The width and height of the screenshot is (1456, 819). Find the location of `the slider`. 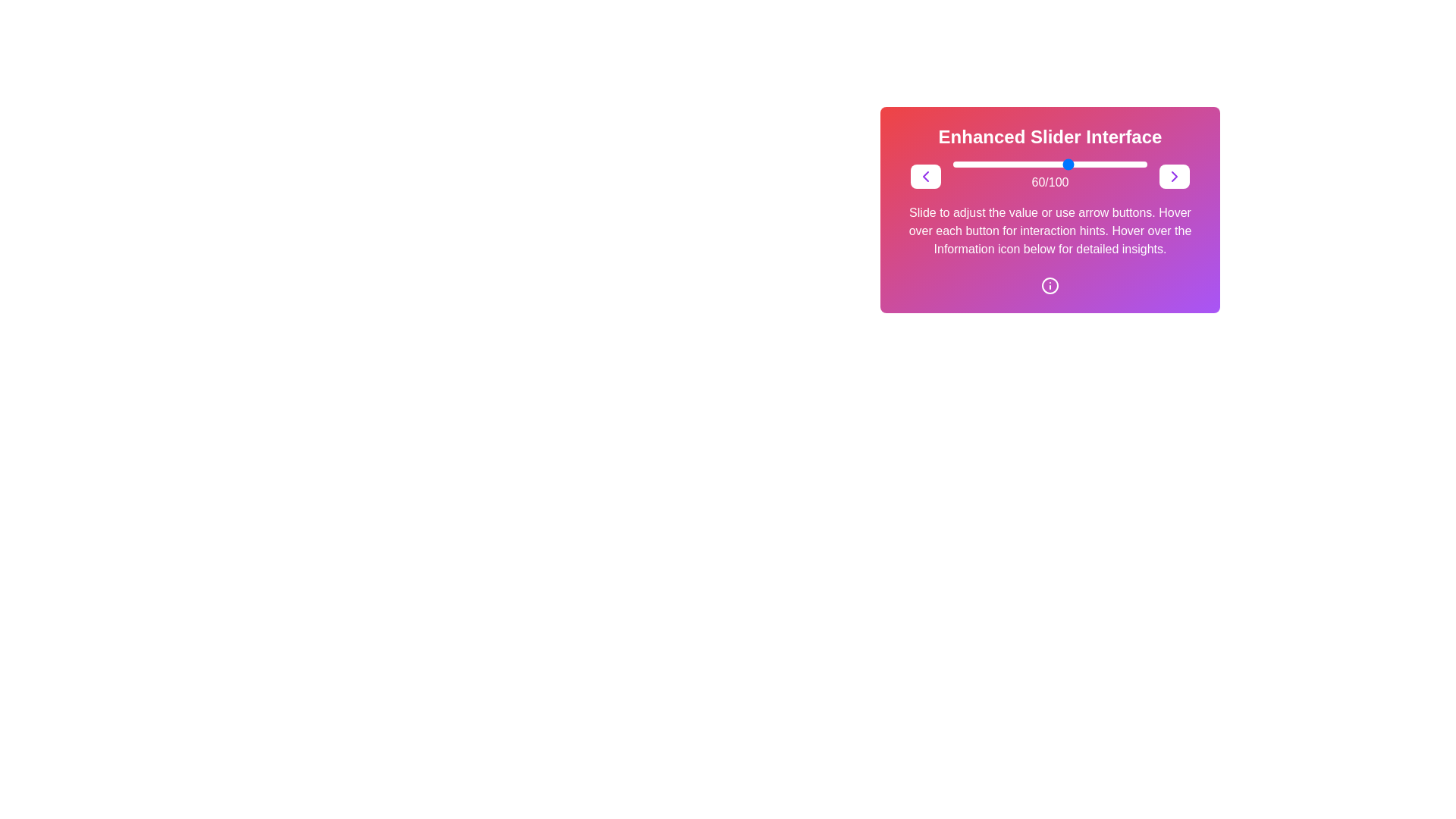

the slider is located at coordinates (1025, 164).